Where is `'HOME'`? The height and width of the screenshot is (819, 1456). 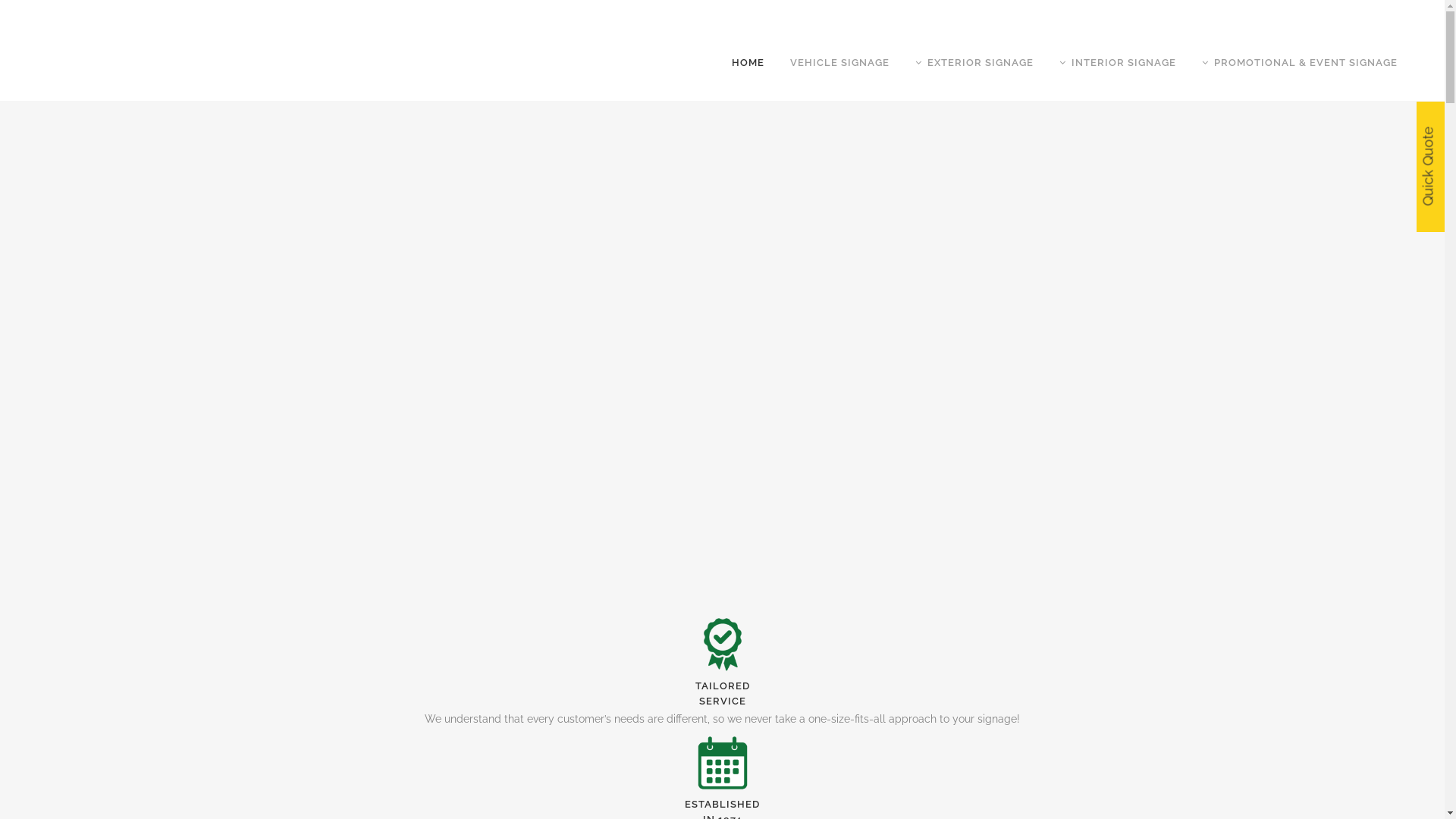 'HOME' is located at coordinates (748, 62).